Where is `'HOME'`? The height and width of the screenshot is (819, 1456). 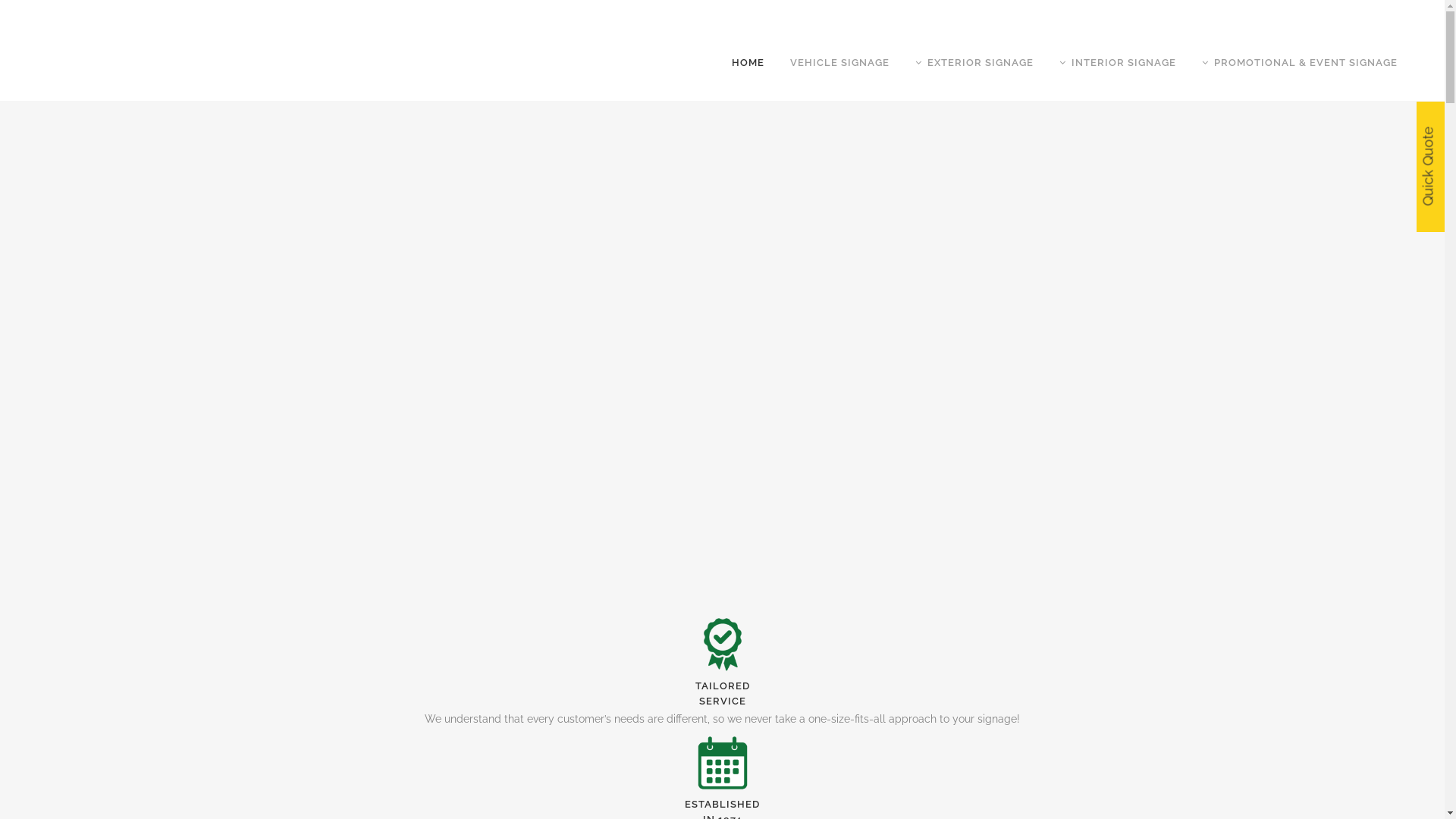 'HOME' is located at coordinates (748, 62).